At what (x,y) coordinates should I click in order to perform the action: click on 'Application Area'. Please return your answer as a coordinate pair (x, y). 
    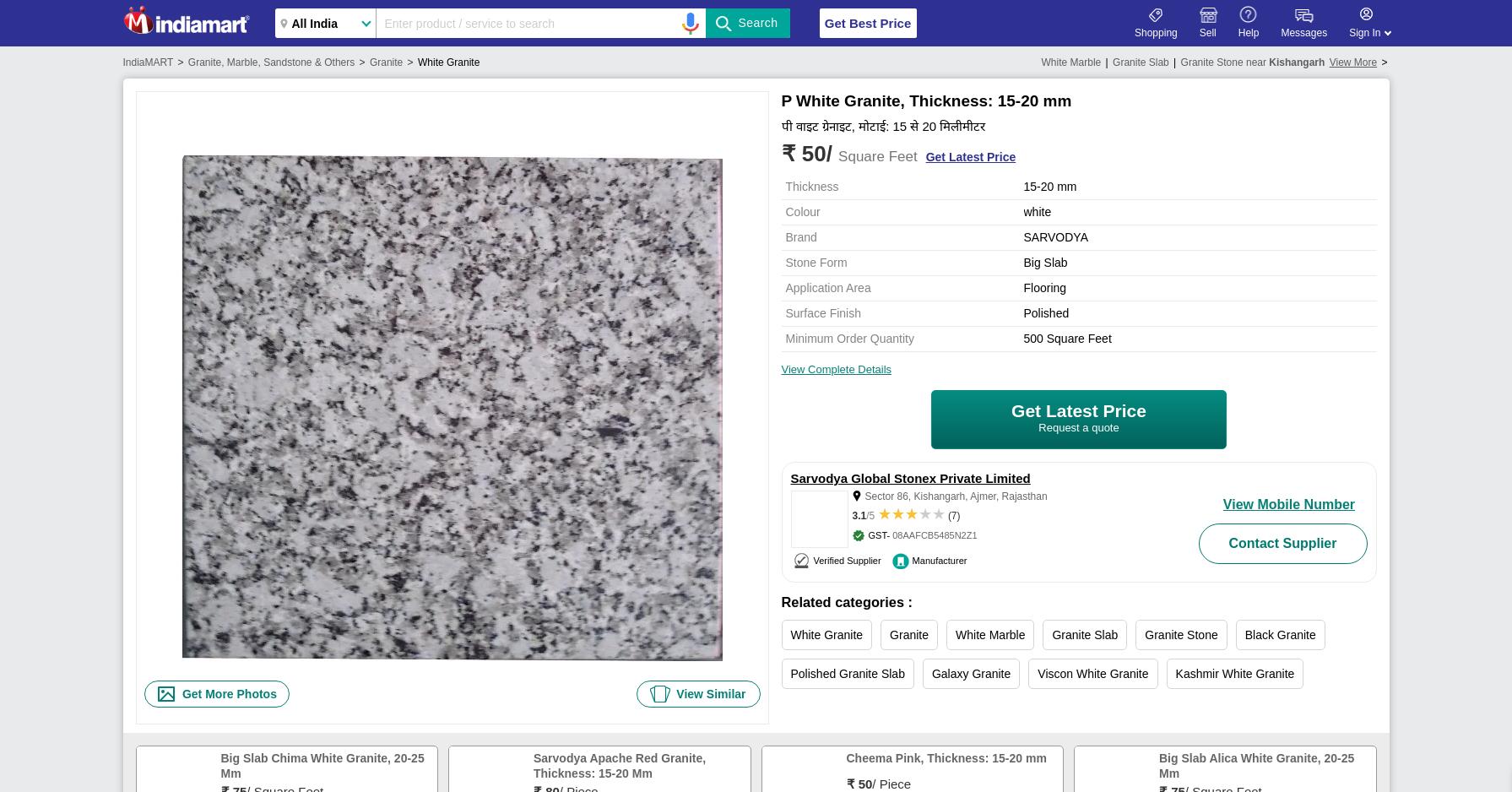
    Looking at the image, I should click on (826, 287).